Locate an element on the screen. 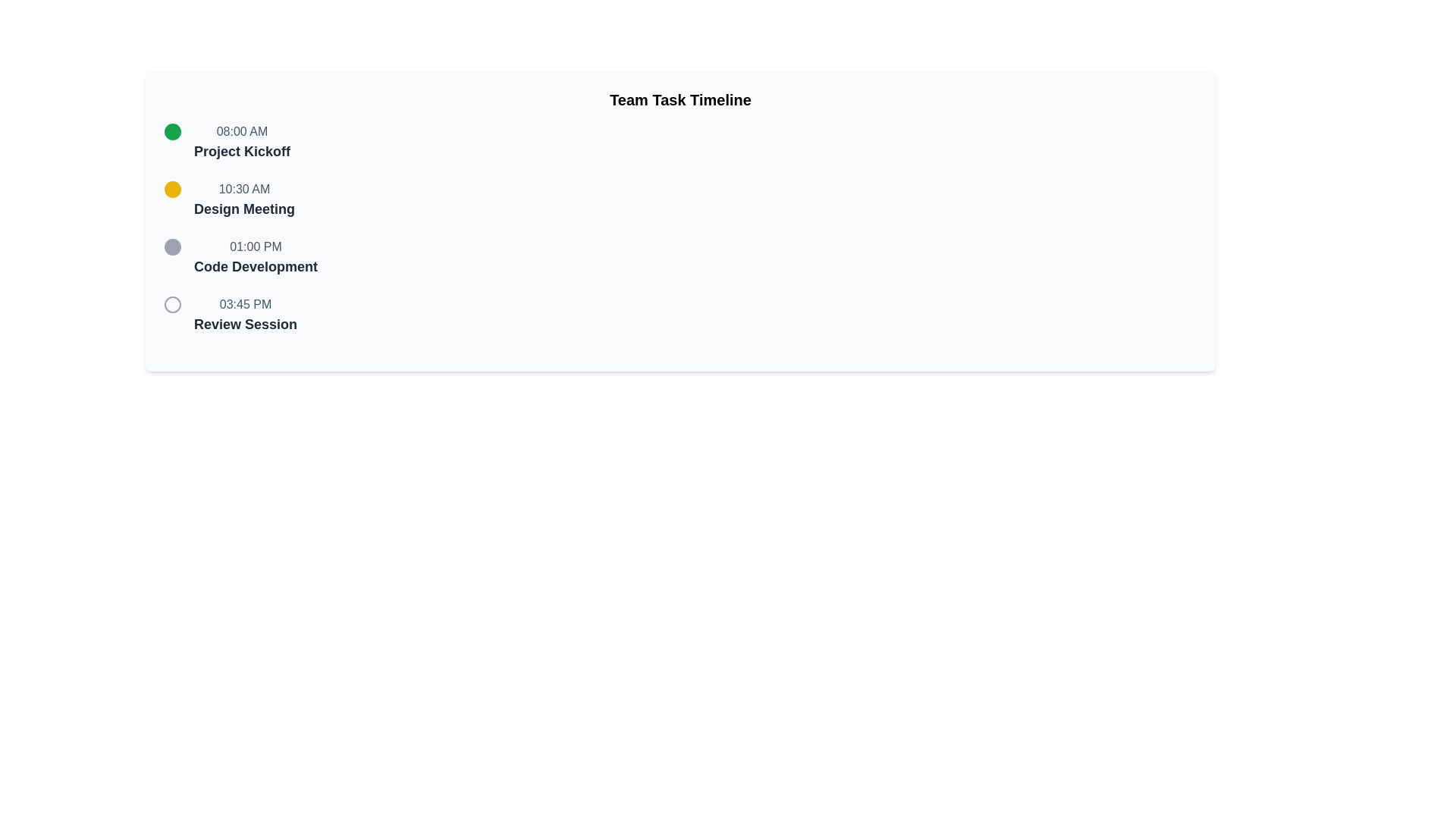  the circular gray Status Indicator located to the left of the 'Code Development' text in the timeline is located at coordinates (172, 246).